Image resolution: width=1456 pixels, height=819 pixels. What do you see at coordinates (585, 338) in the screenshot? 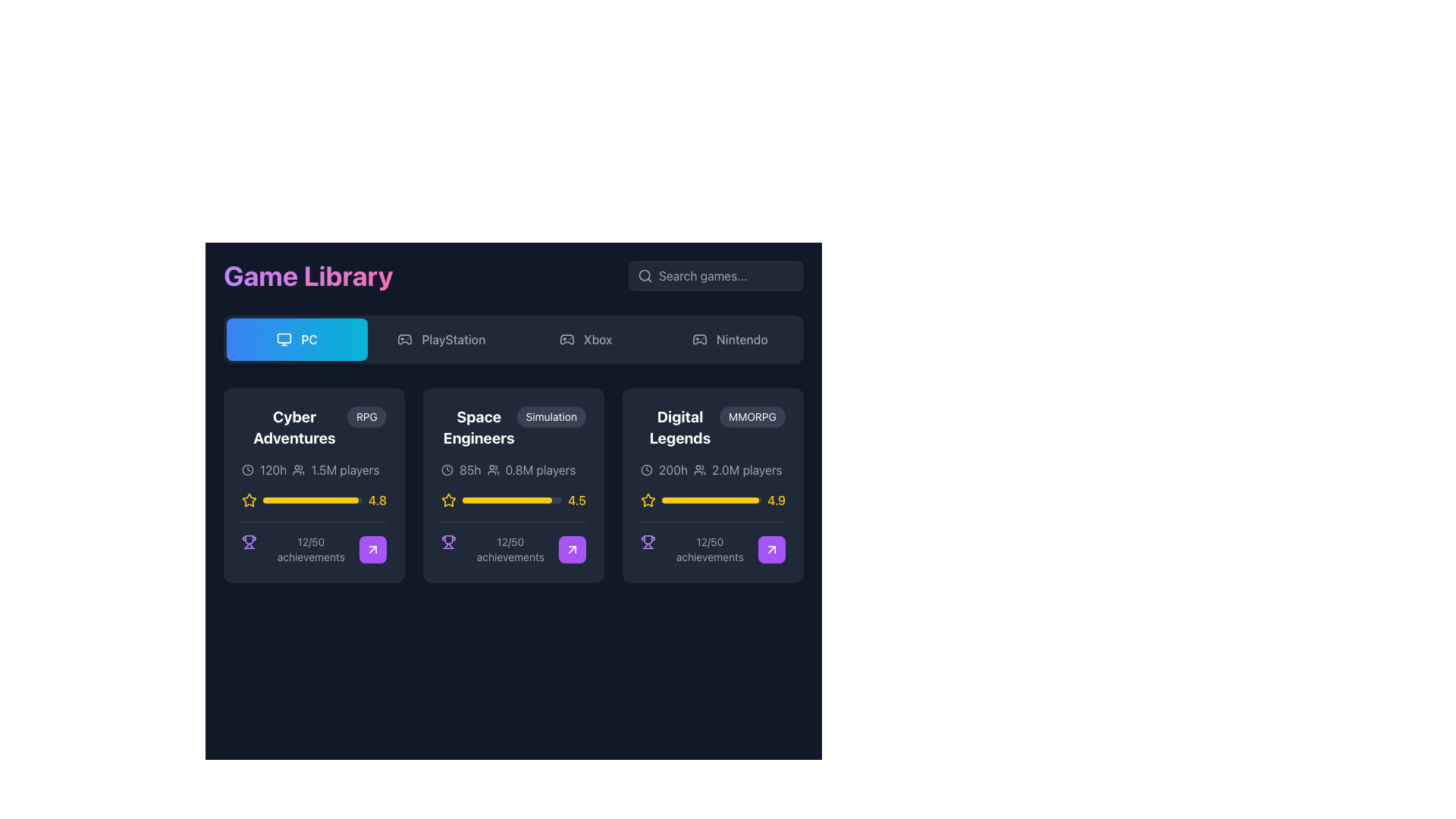
I see `the Xbox filter button, which is the third button in a horizontal row of platform options, located to the right of the PlayStation button and to the left of the Nintendo button` at bounding box center [585, 338].